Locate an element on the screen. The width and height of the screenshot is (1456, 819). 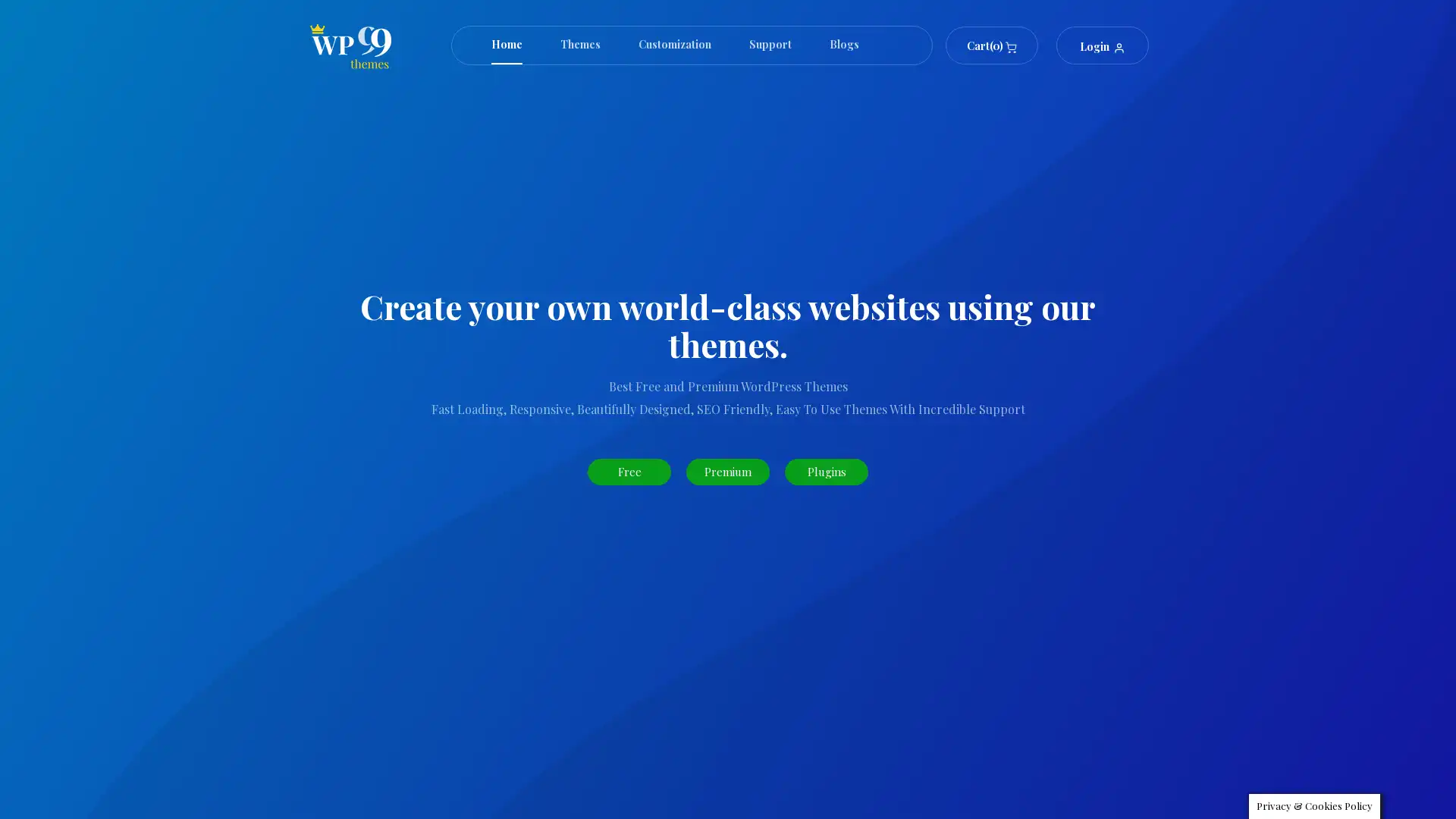
Search is located at coordinates (982, 535).